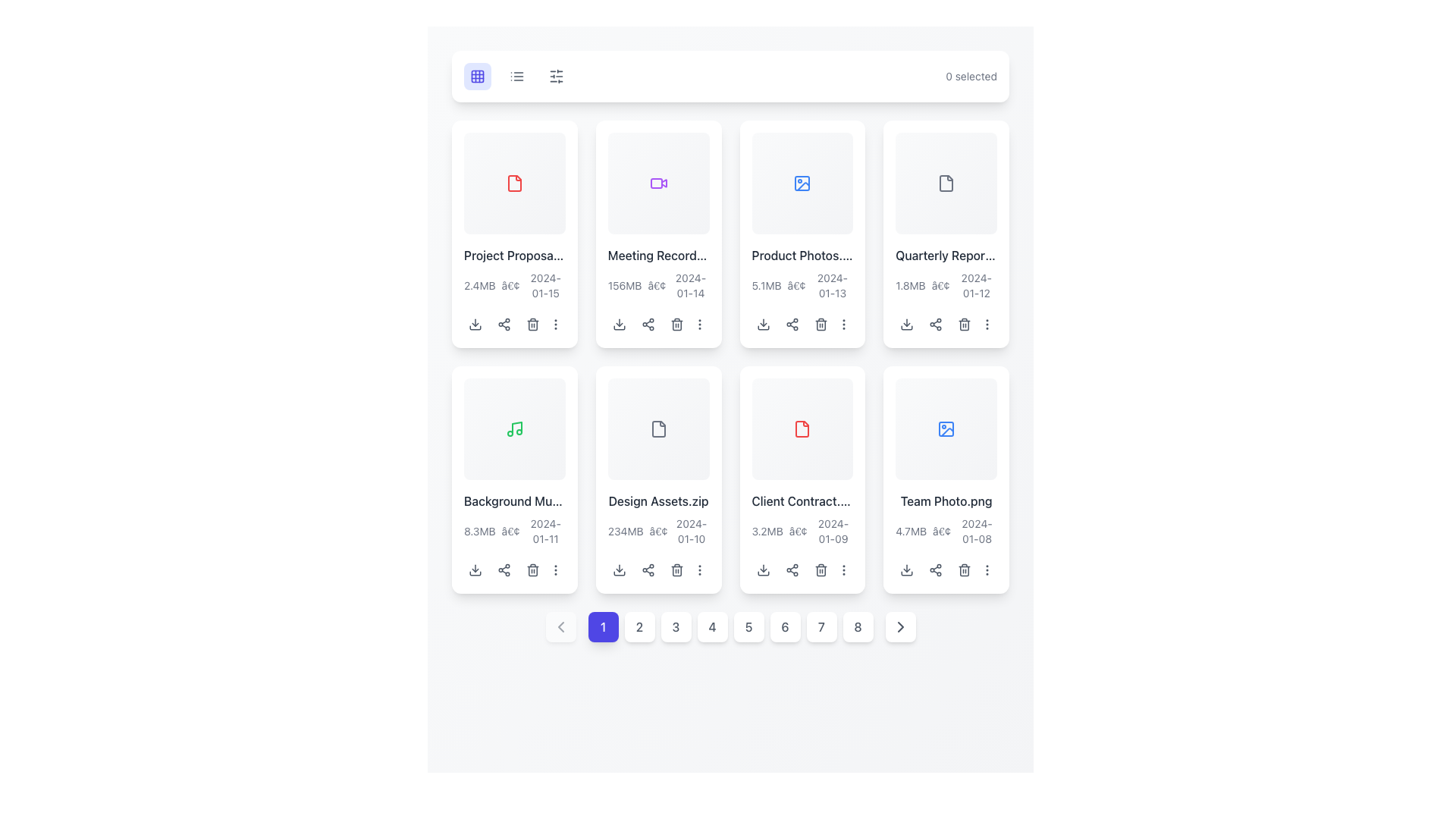 Image resolution: width=1456 pixels, height=819 pixels. What do you see at coordinates (619, 570) in the screenshot?
I see `the download icon button, which is a small downward-pointing arrow within a rounded square, located below the file card for 'Design Assets.zip' to initiate a download action` at bounding box center [619, 570].